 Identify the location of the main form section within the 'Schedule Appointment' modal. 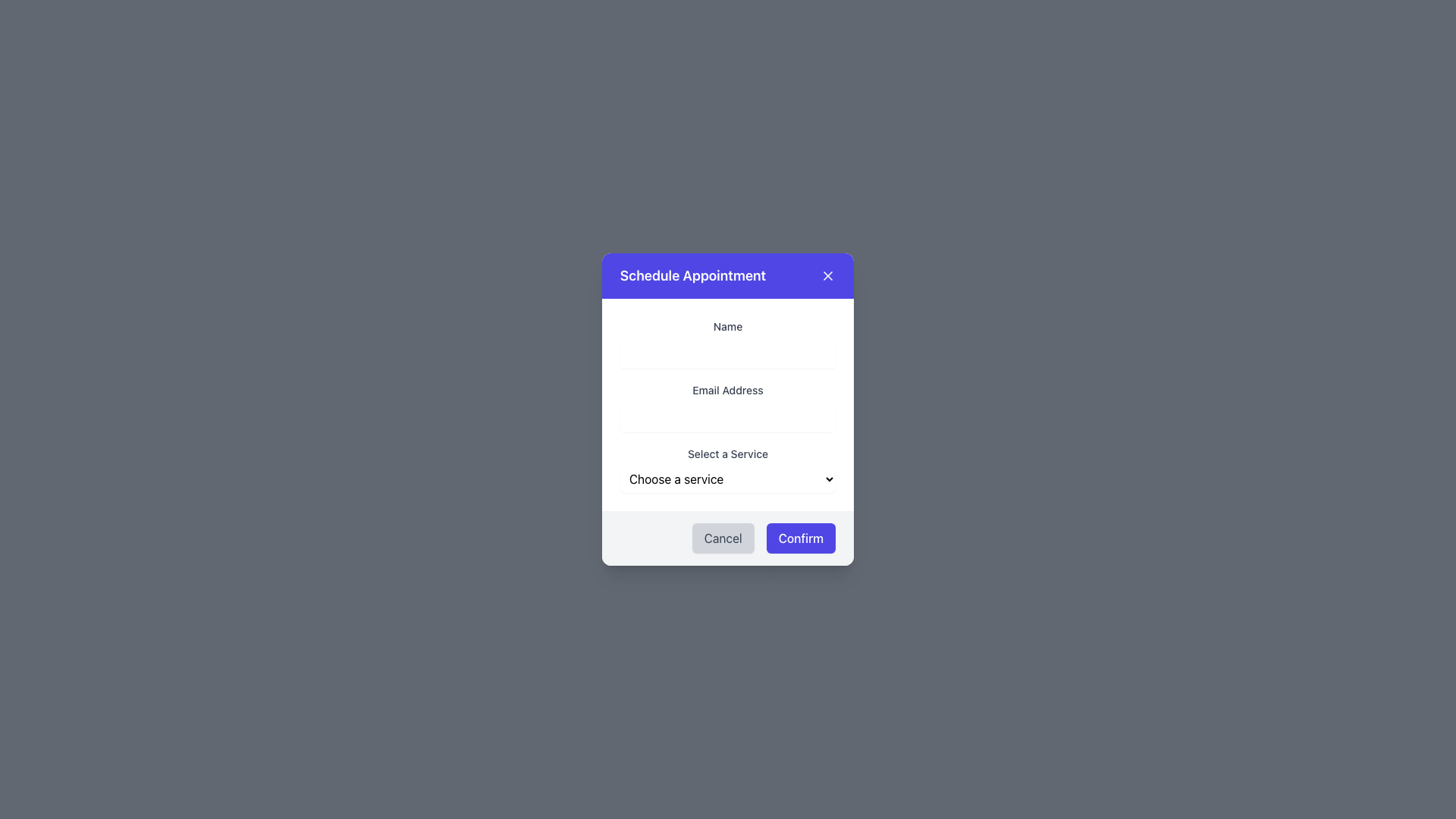
(728, 403).